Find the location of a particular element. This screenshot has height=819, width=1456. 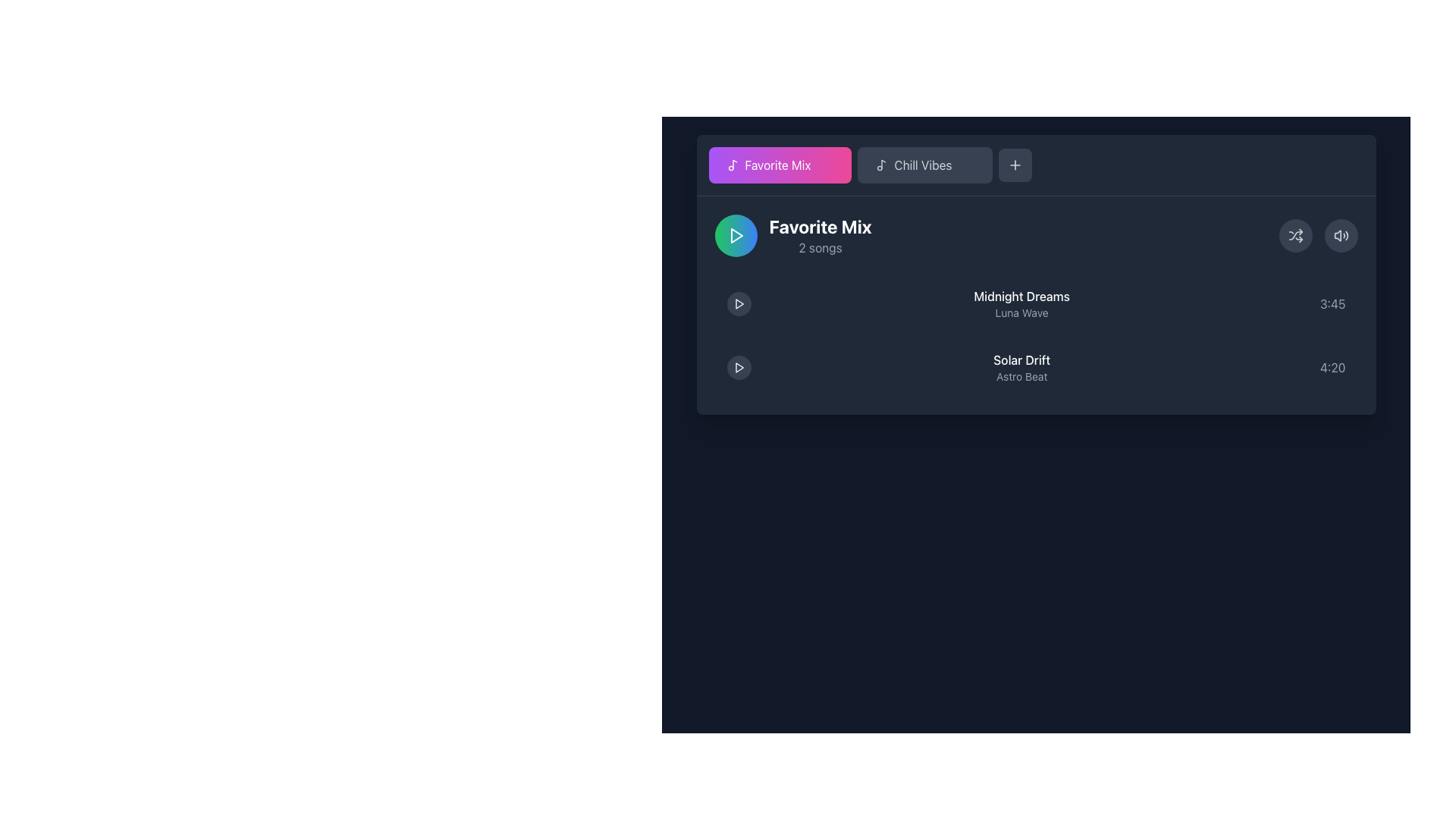

the play icon located in the top left section of the card layout is located at coordinates (739, 304).